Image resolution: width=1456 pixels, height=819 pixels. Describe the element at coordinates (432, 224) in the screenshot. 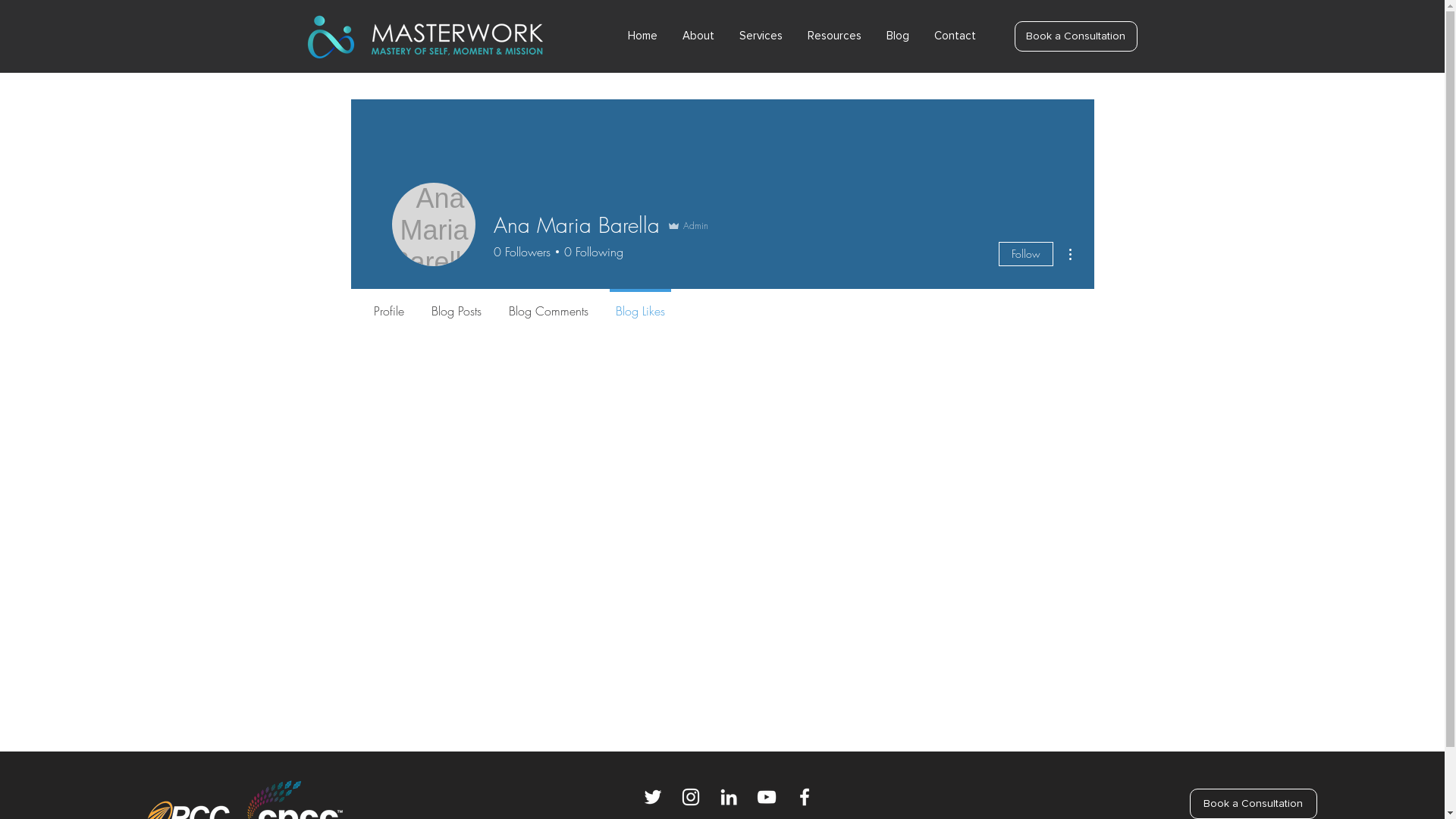

I see `'Ana Maria Barella'` at that location.